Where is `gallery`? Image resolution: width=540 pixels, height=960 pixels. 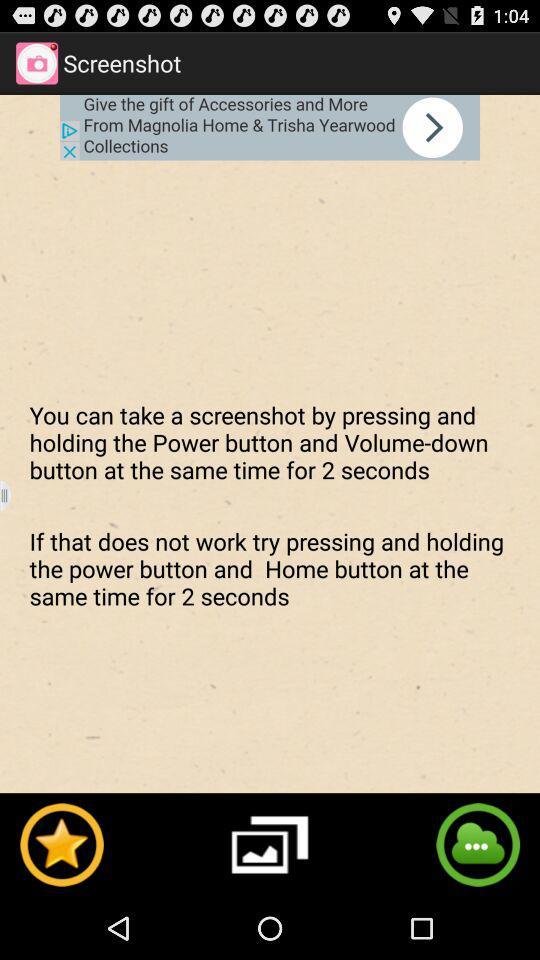
gallery is located at coordinates (270, 843).